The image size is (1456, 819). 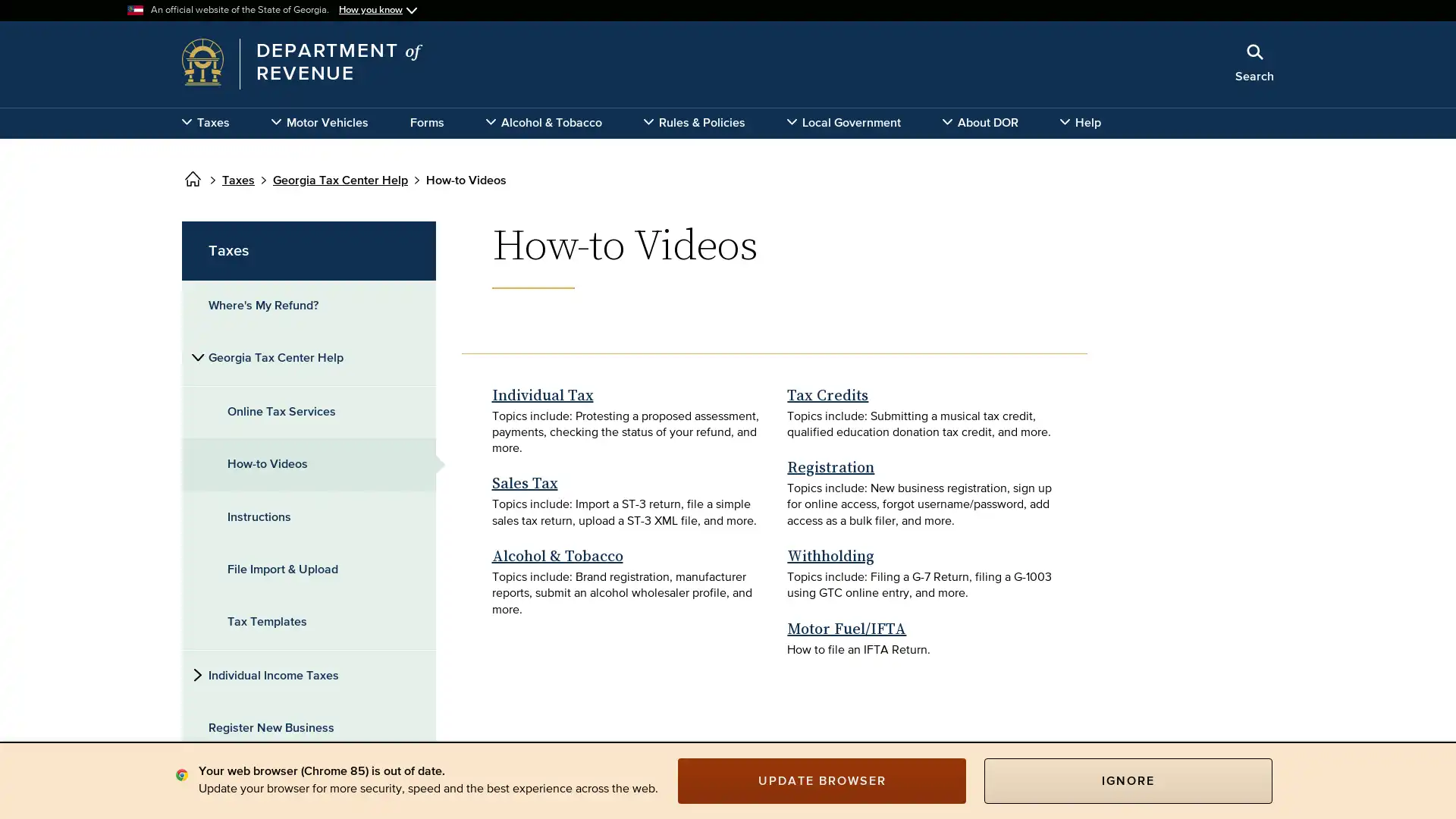 What do you see at coordinates (326, 247) in the screenshot?
I see `x` at bounding box center [326, 247].